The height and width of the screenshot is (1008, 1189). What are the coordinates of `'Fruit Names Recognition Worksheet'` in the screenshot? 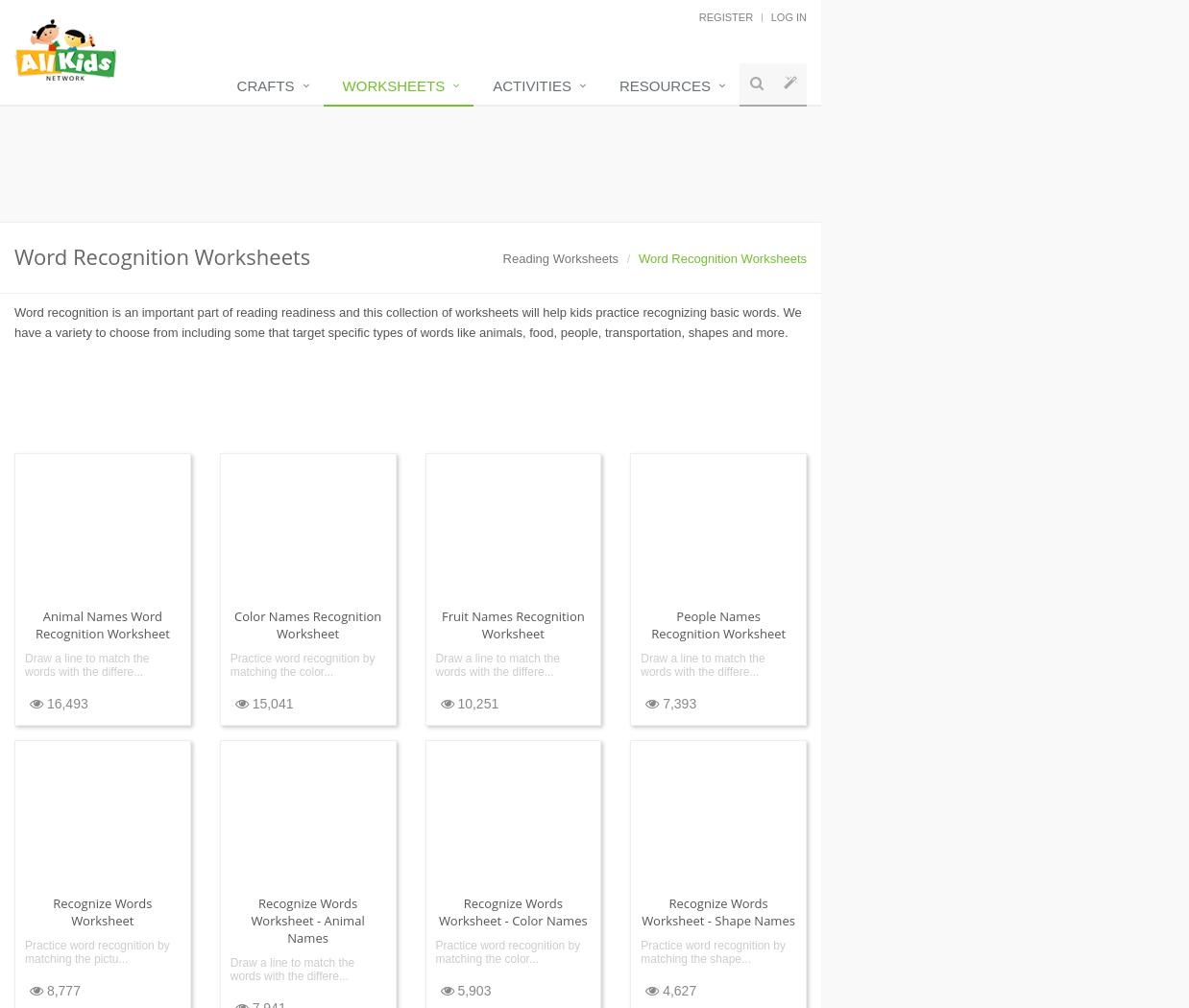 It's located at (512, 624).